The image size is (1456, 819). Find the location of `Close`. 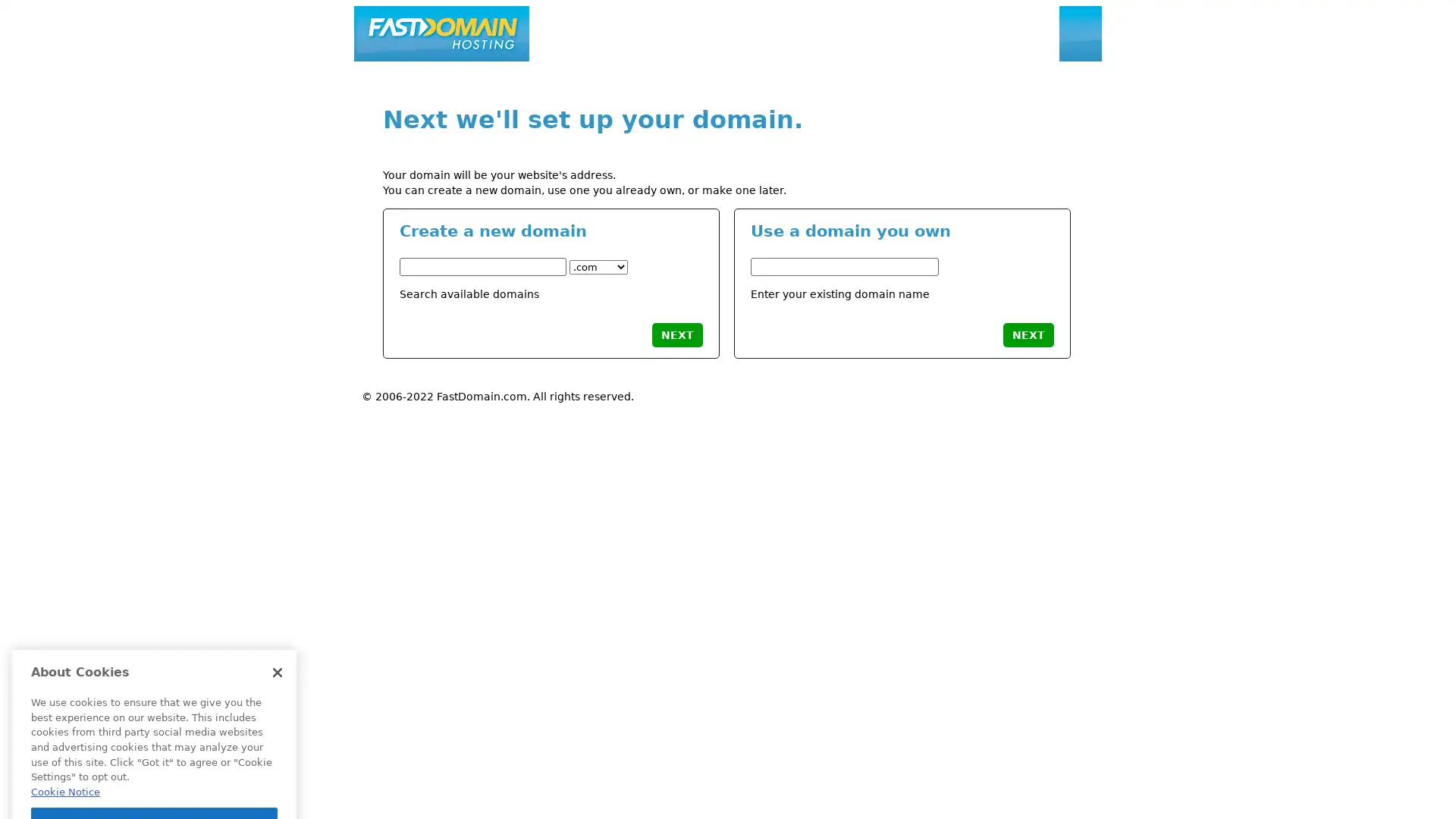

Close is located at coordinates (277, 579).